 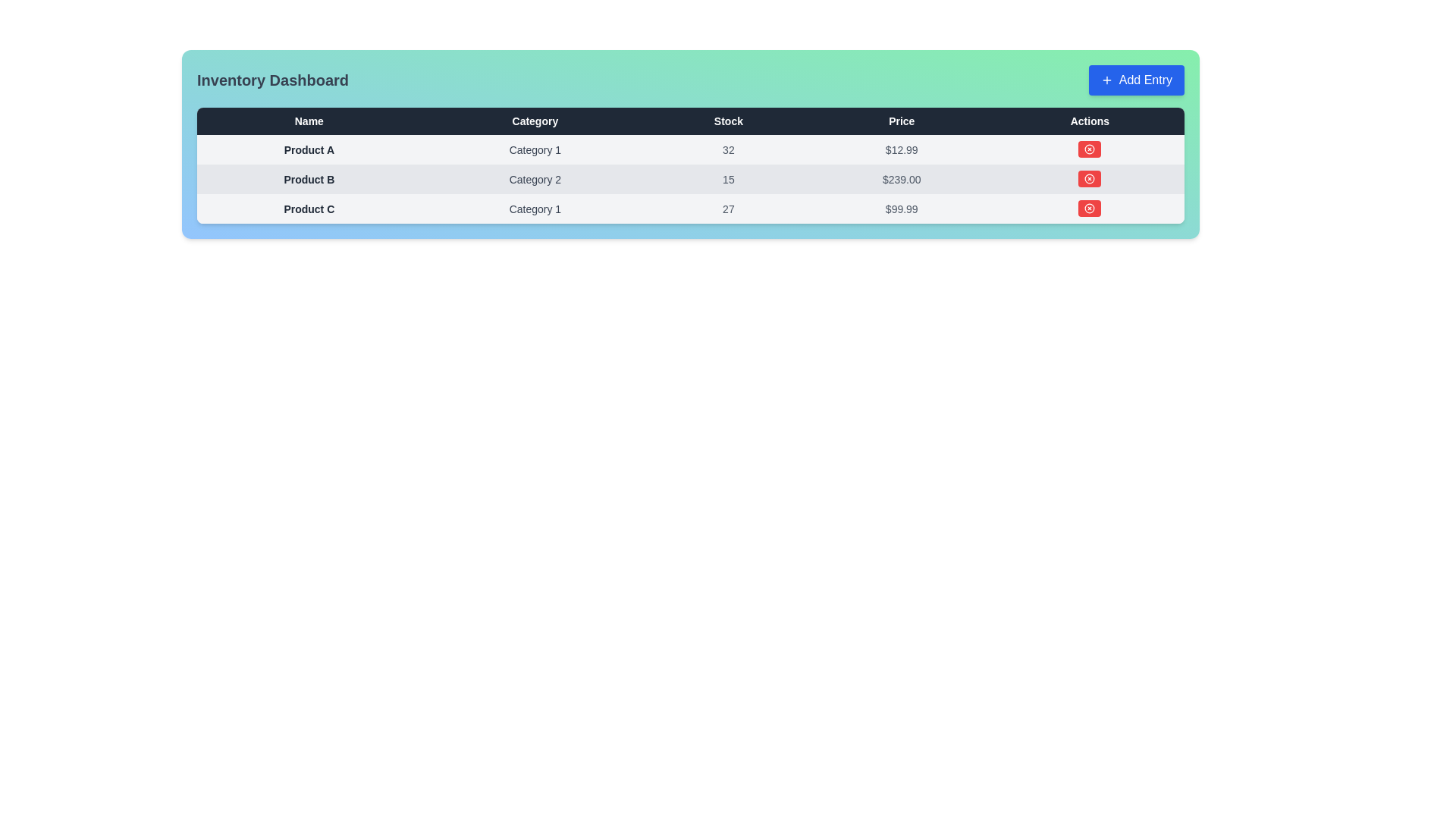 I want to click on the red button with rounded corners and a close icon located in the 'Actions' column of the third row in the table, so click(x=1089, y=149).